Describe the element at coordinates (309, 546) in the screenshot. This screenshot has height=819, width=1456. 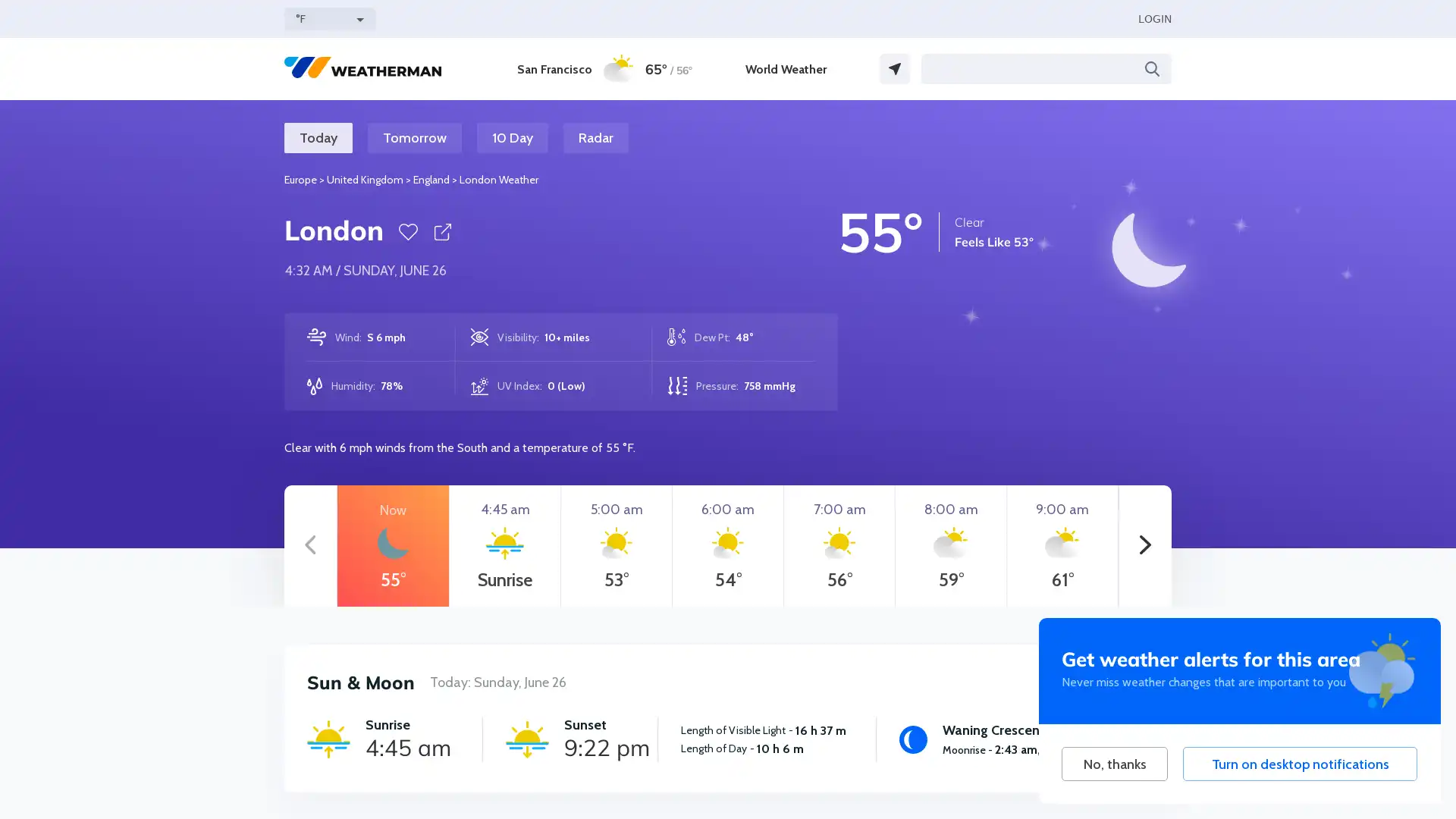
I see `Previous hours` at that location.